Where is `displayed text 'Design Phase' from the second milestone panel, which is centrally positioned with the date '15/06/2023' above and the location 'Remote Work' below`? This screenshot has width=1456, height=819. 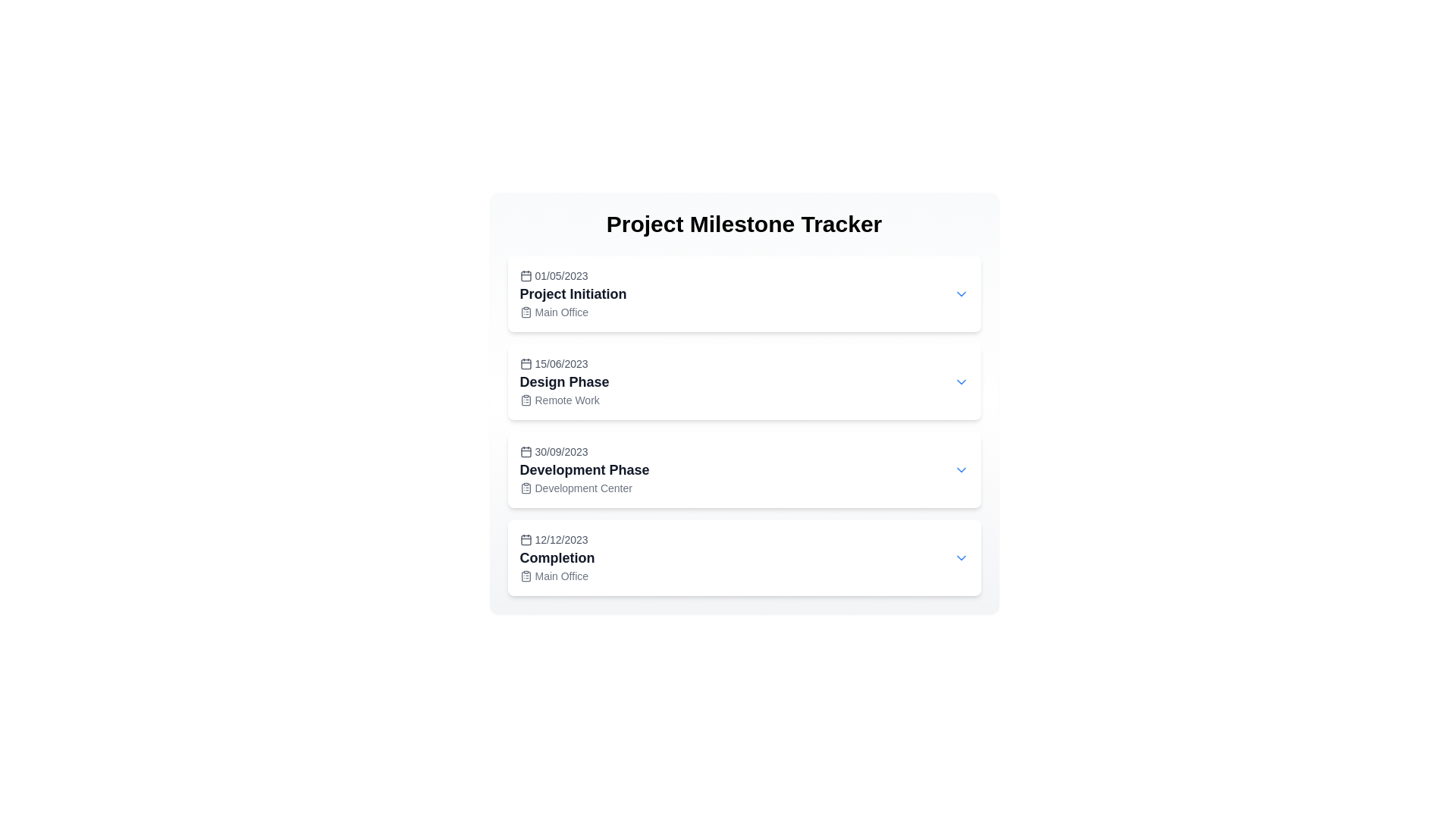
displayed text 'Design Phase' from the second milestone panel, which is centrally positioned with the date '15/06/2023' above and the location 'Remote Work' below is located at coordinates (563, 381).